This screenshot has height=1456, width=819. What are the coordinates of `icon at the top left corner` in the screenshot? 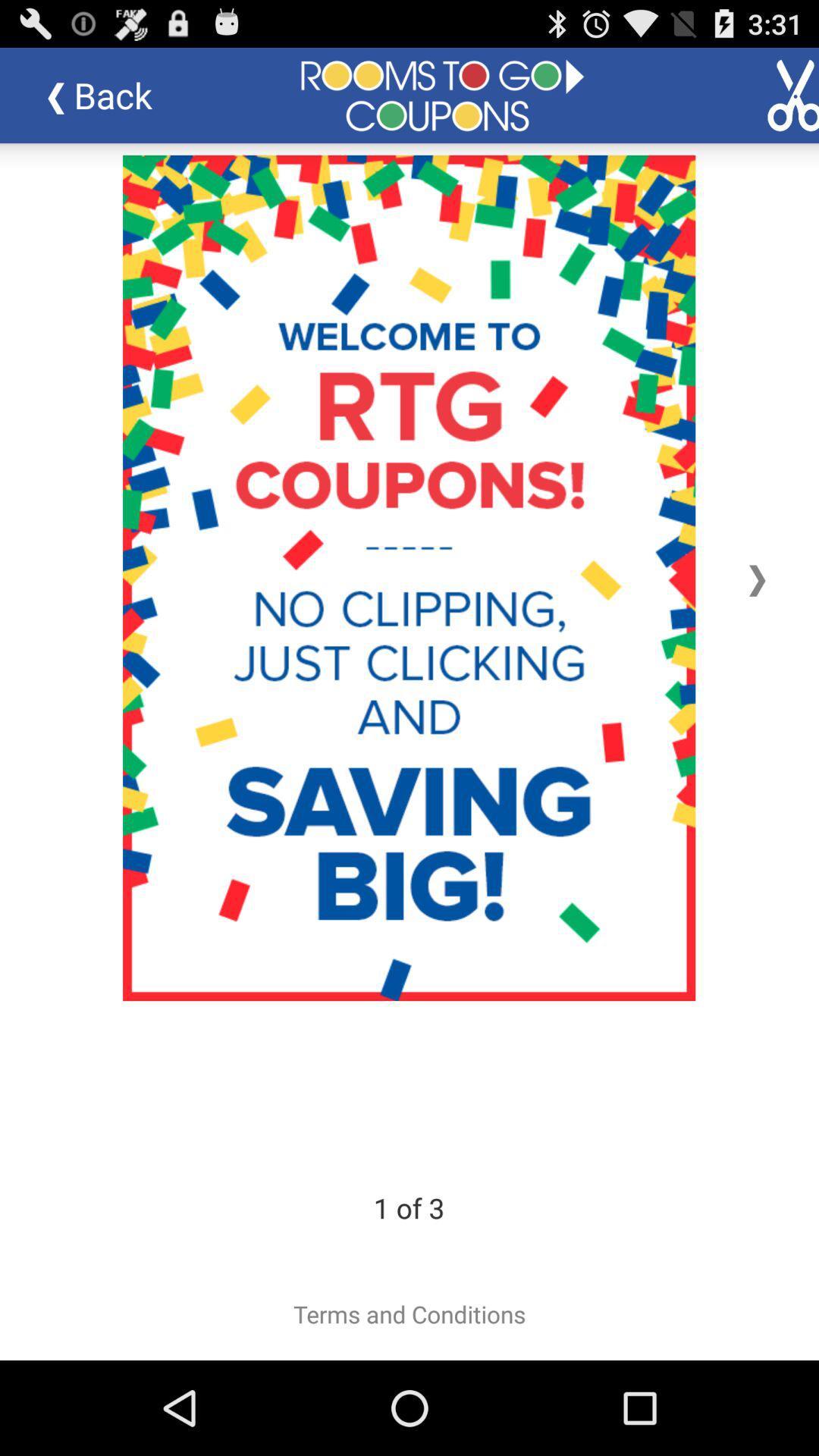 It's located at (110, 94).